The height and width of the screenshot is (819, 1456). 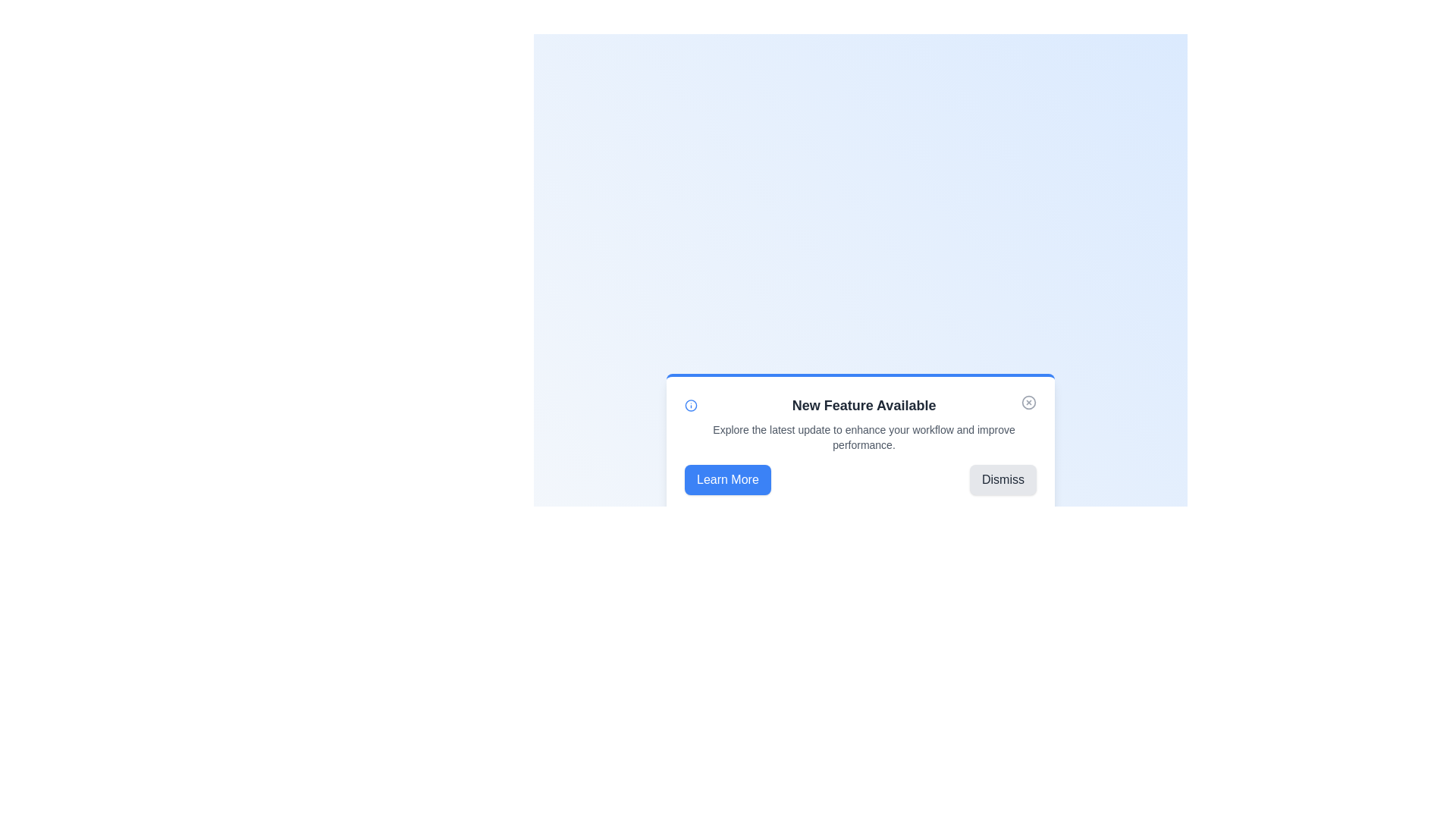 I want to click on the button Dismiss to observe the hover effect, so click(x=1003, y=479).